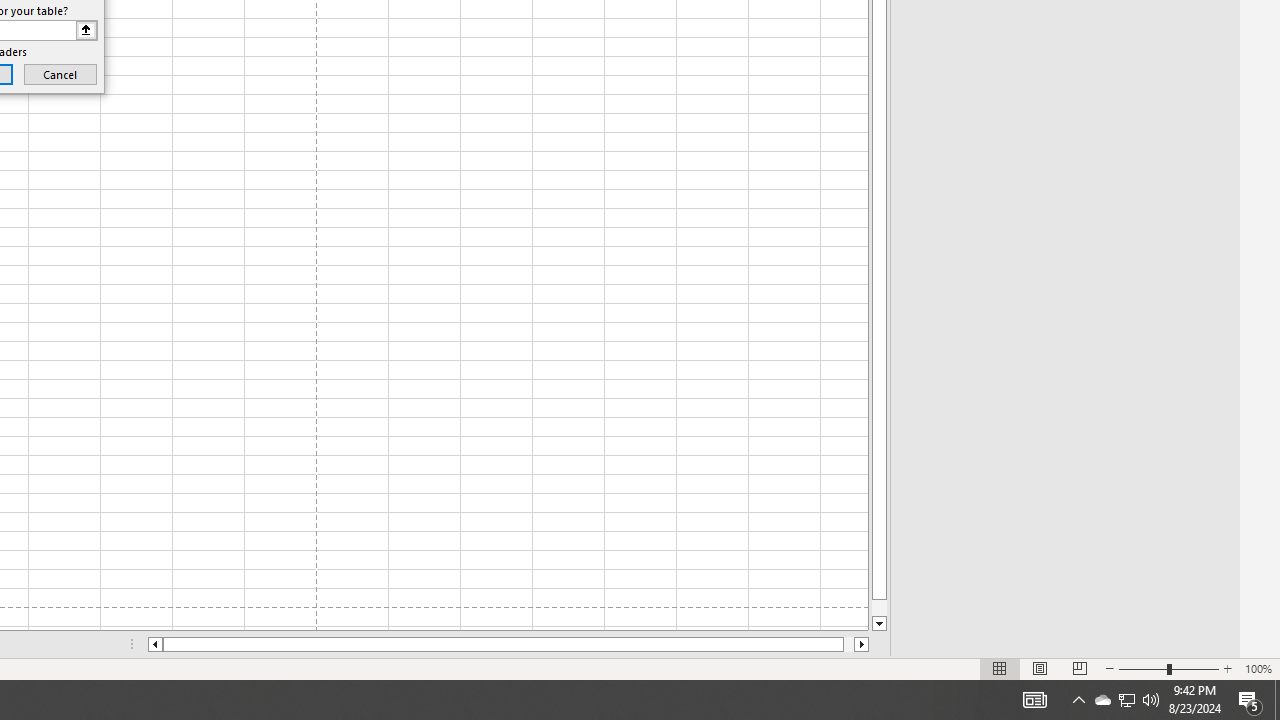 The height and width of the screenshot is (720, 1280). What do you see at coordinates (1168, 669) in the screenshot?
I see `'Zoom'` at bounding box center [1168, 669].